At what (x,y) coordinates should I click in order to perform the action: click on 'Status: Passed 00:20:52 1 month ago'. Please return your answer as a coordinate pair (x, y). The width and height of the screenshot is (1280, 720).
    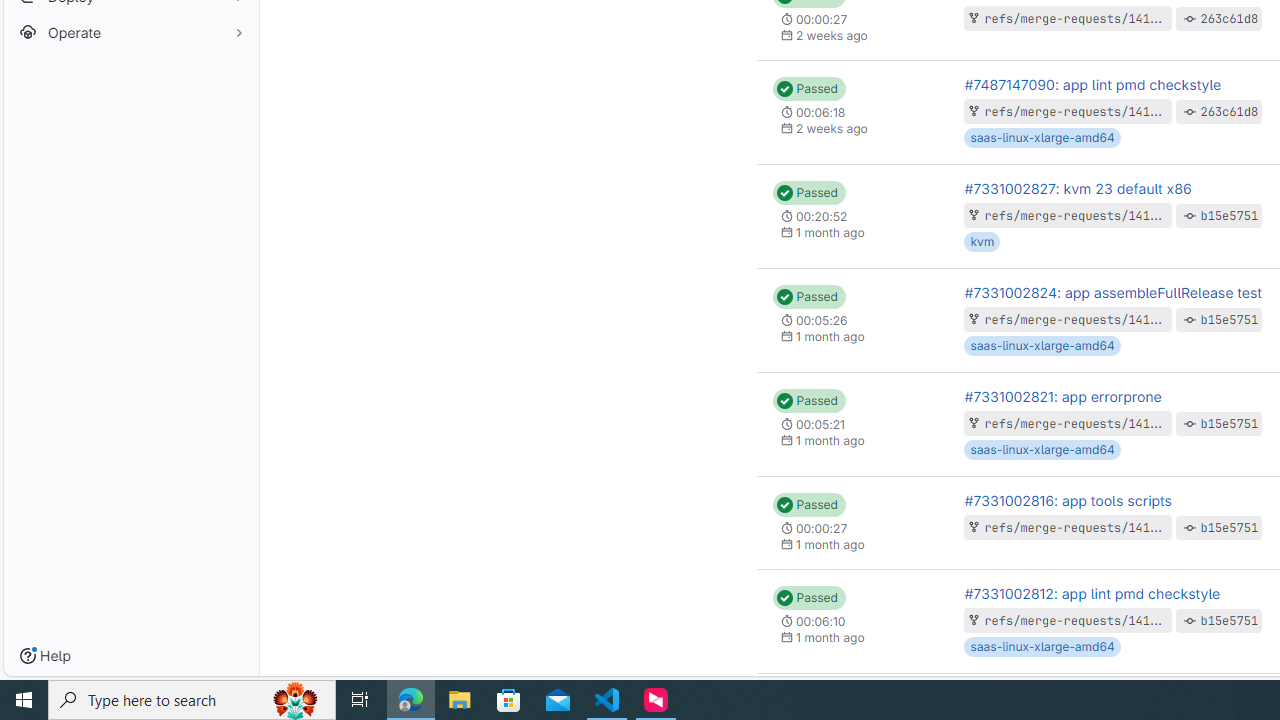
    Looking at the image, I should click on (852, 216).